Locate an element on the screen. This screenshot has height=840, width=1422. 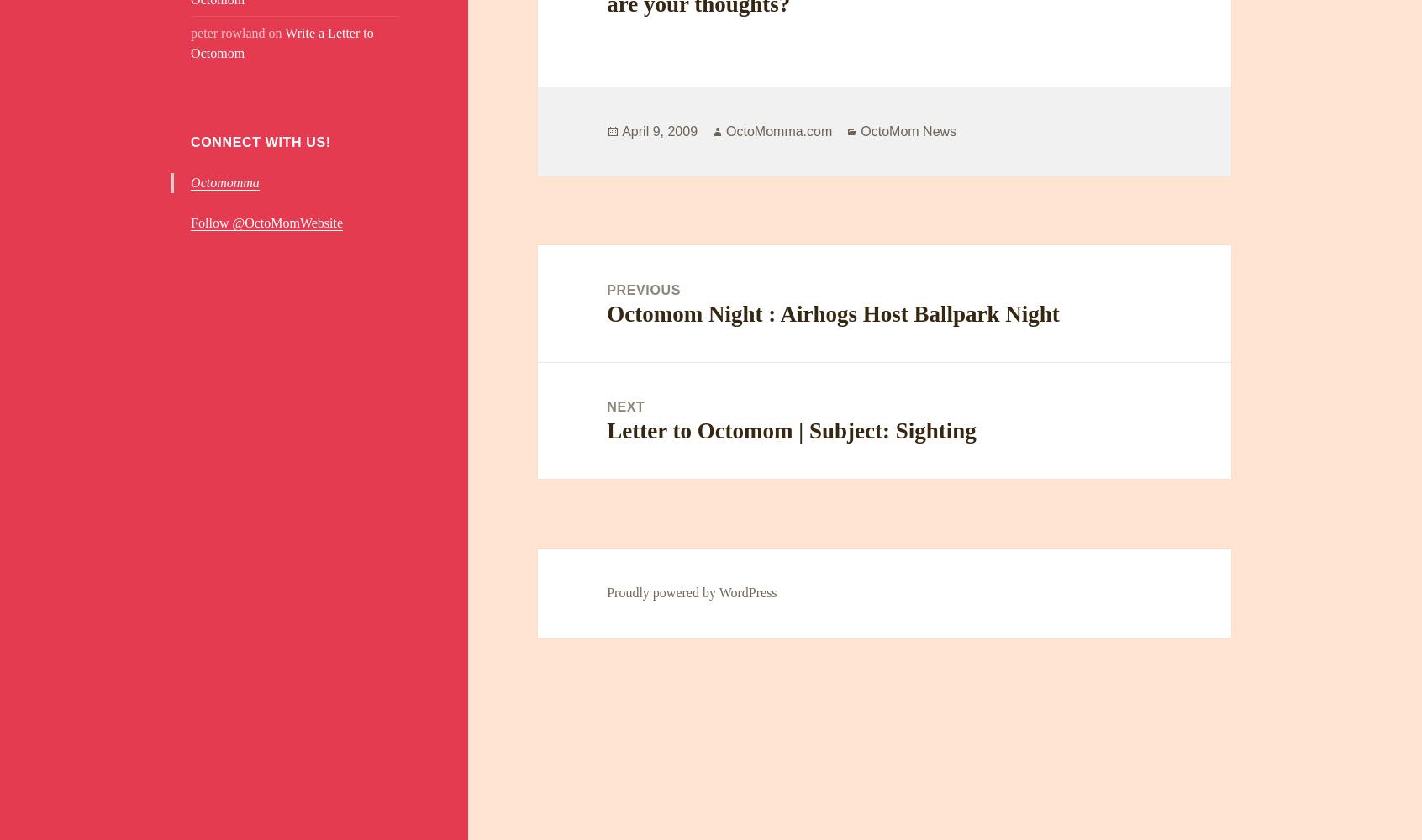
'Letter to Octomom | Subject: Sighting' is located at coordinates (605, 431).